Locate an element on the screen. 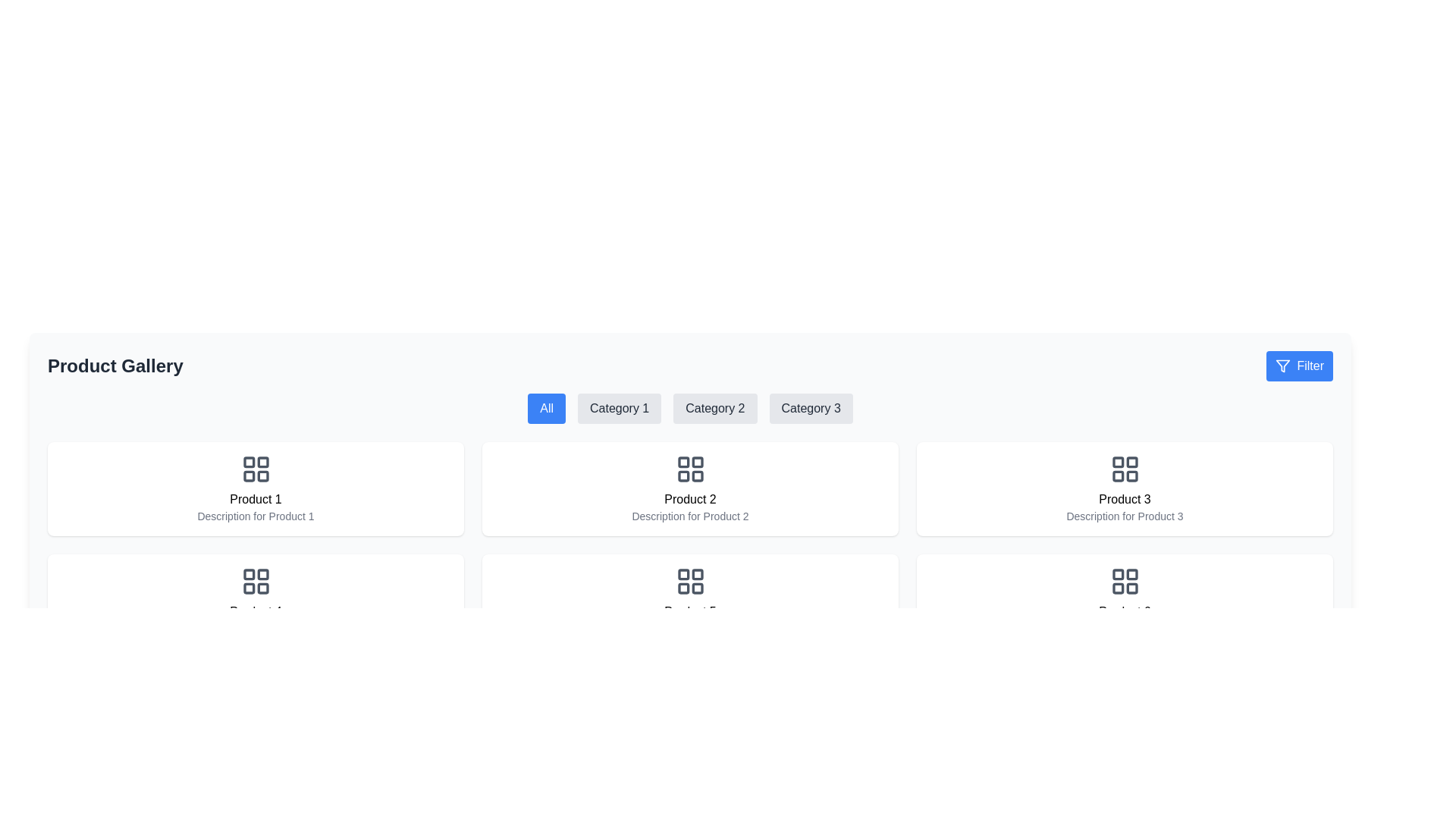  the second square in the top row of the 2x2 grid representing 'Product 3', which has rounded corners and is part of the icon component is located at coordinates (1131, 461).